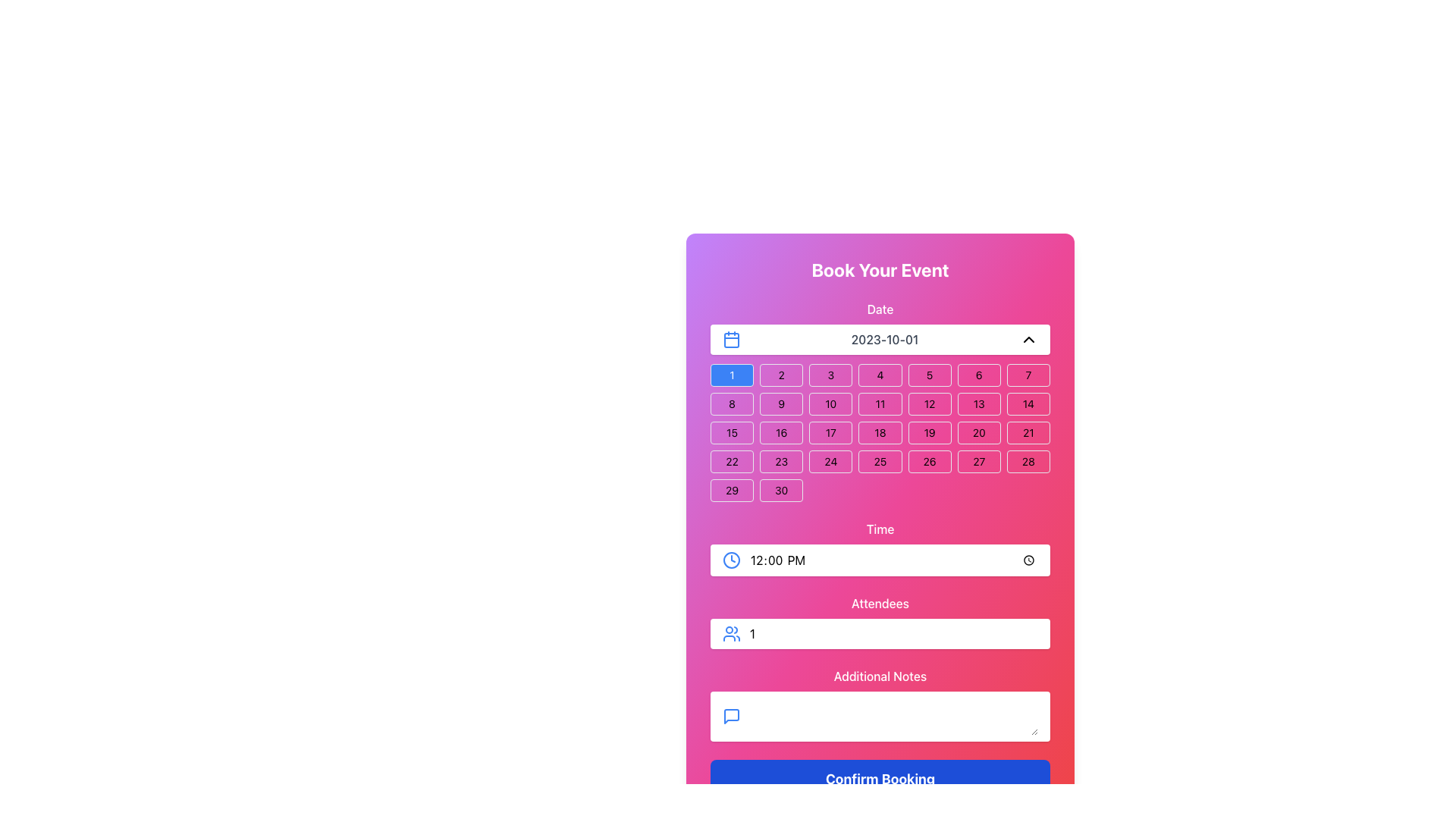 This screenshot has height=819, width=1456. Describe the element at coordinates (732, 403) in the screenshot. I see `the button with the number '8' centered in a bold, black font on a light purple background` at that location.